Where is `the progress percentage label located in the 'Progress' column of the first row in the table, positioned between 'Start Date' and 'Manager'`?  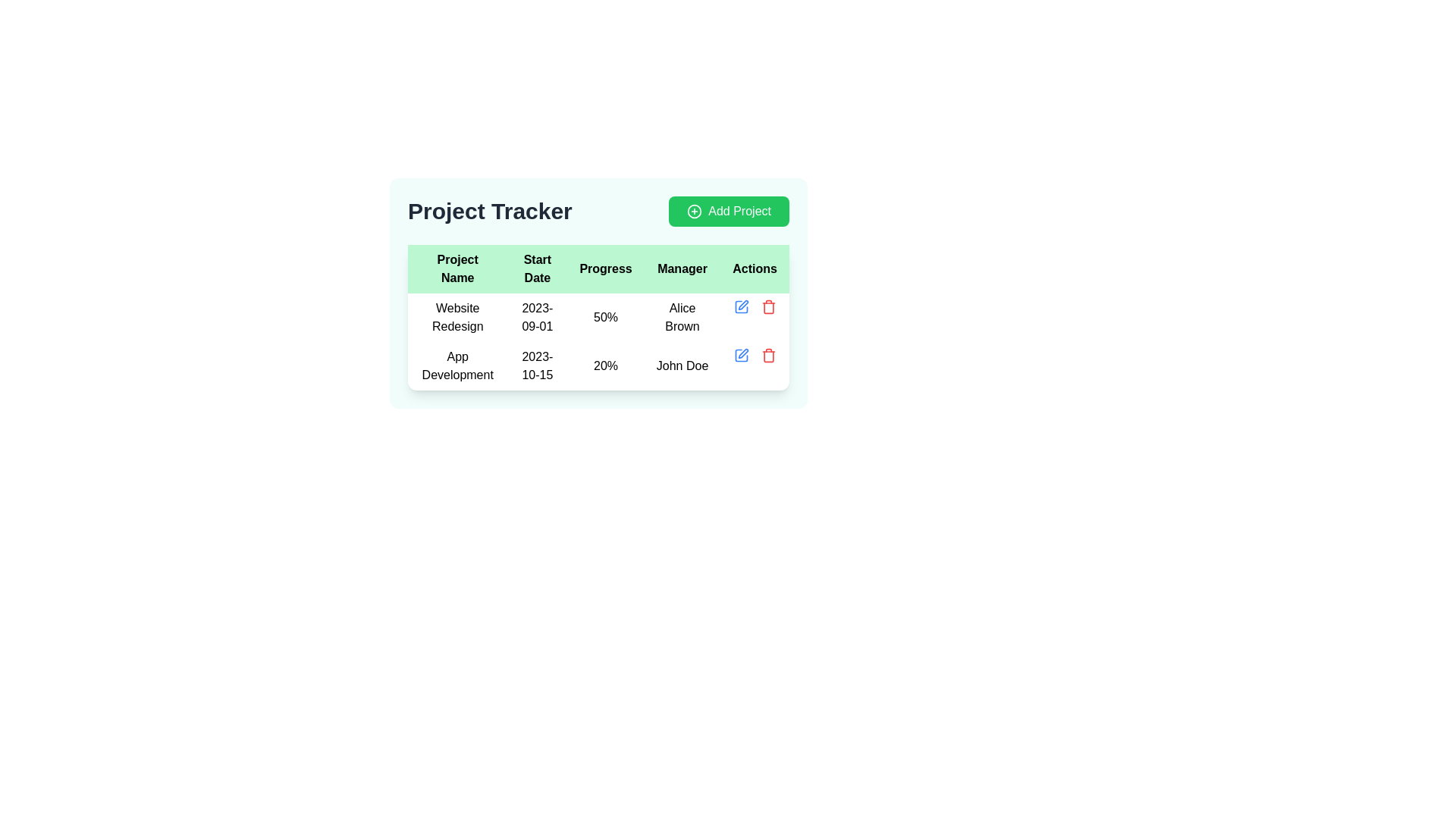
the progress percentage label located in the 'Progress' column of the first row in the table, positioned between 'Start Date' and 'Manager' is located at coordinates (605, 317).